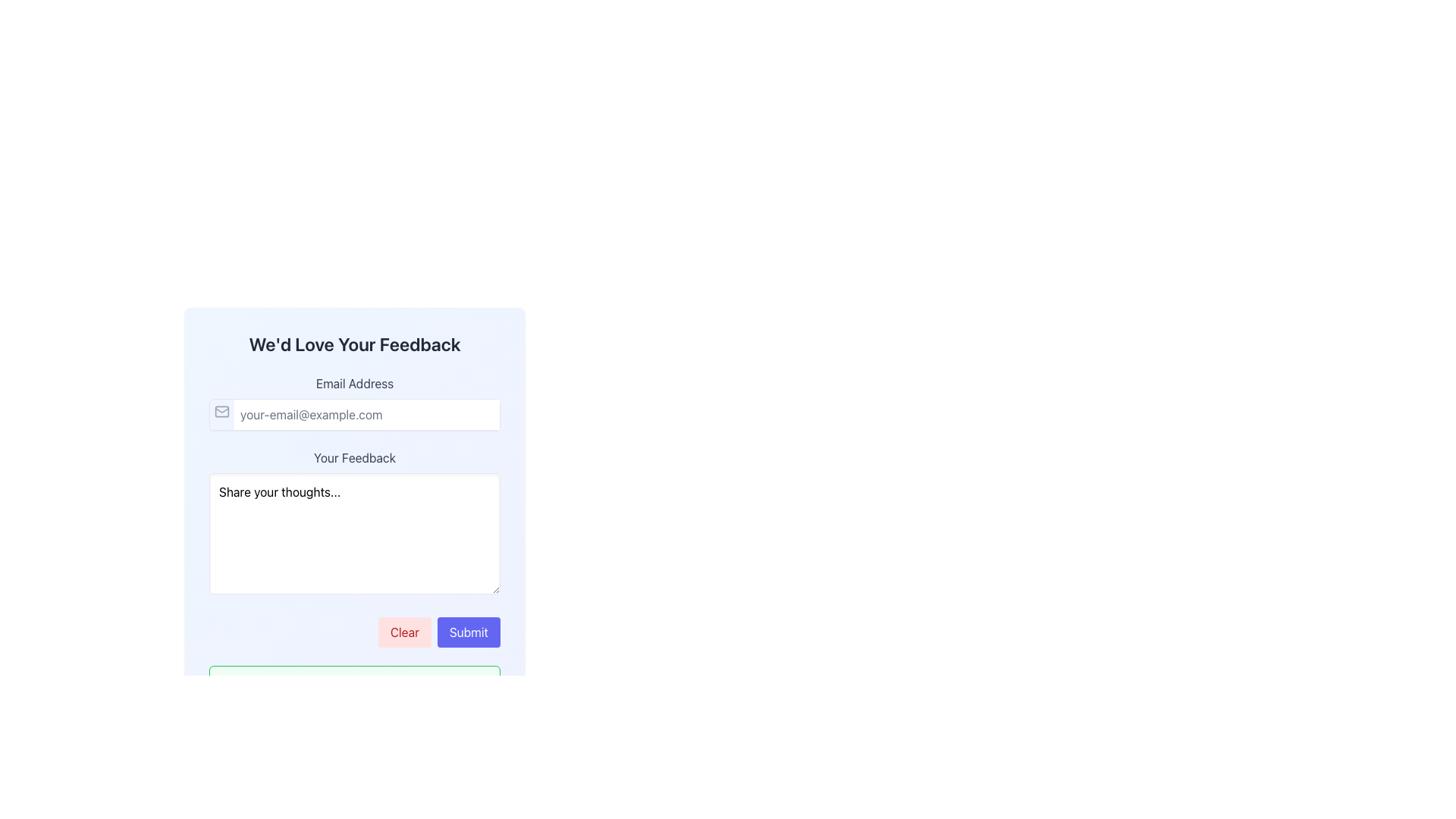  What do you see at coordinates (353, 415) in the screenshot?
I see `the Email input field, which is rectangular with rounded corners and has a placeholder text 'your-email@example.com'` at bounding box center [353, 415].